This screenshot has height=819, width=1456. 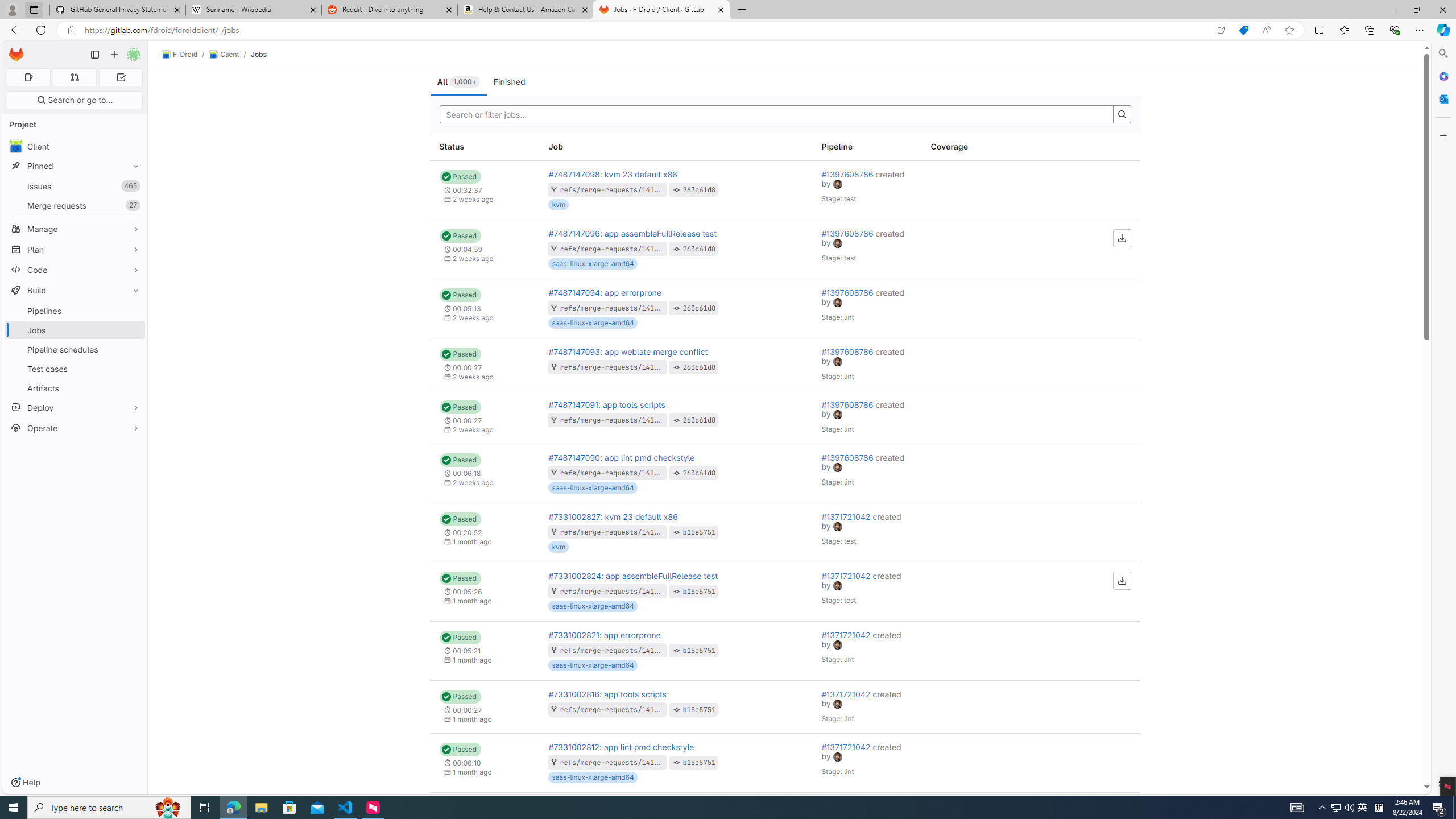 I want to click on 'Pin Jobs', so click(x=133, y=329).